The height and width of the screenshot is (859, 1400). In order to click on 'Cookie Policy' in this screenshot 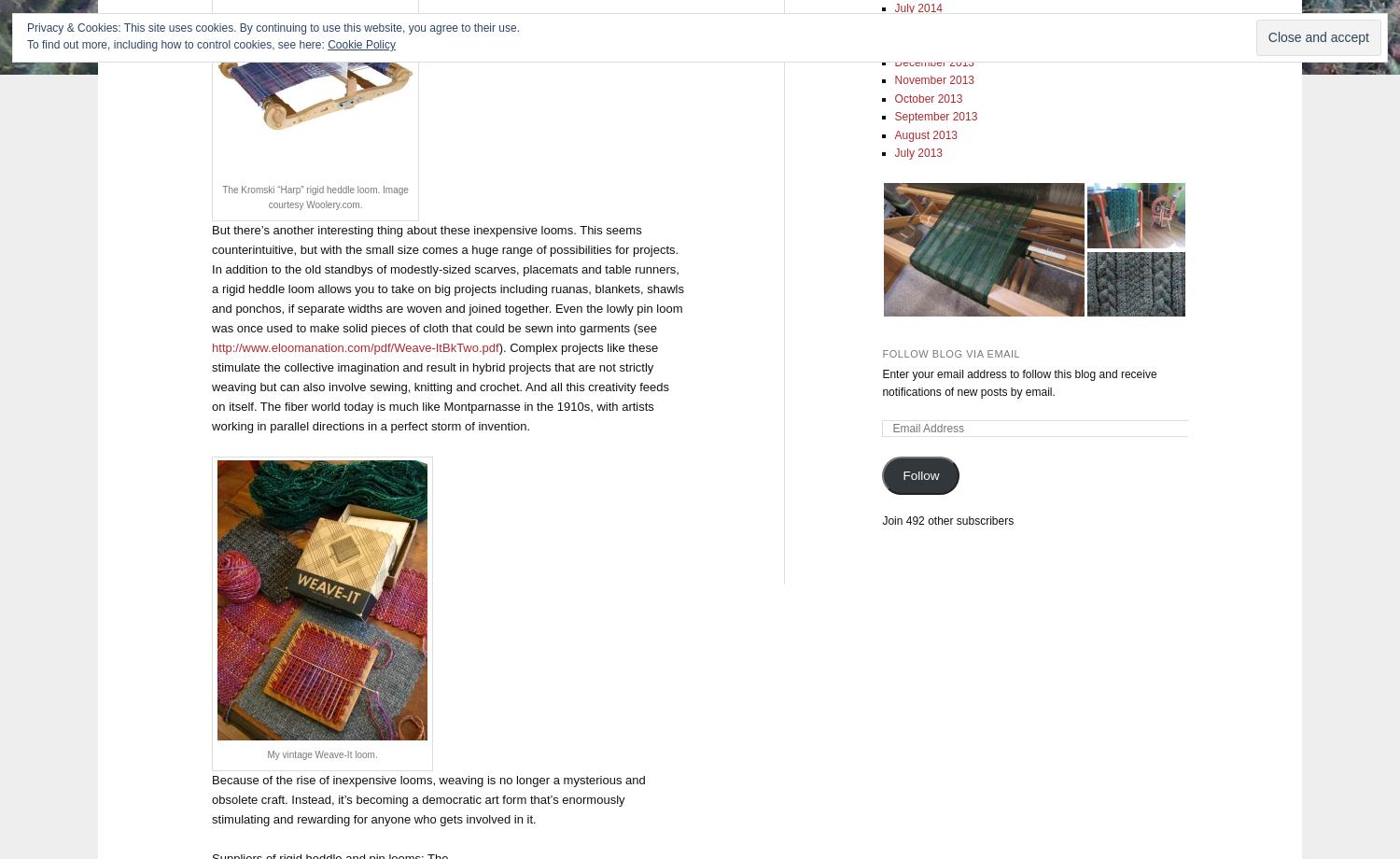, I will do `click(361, 45)`.